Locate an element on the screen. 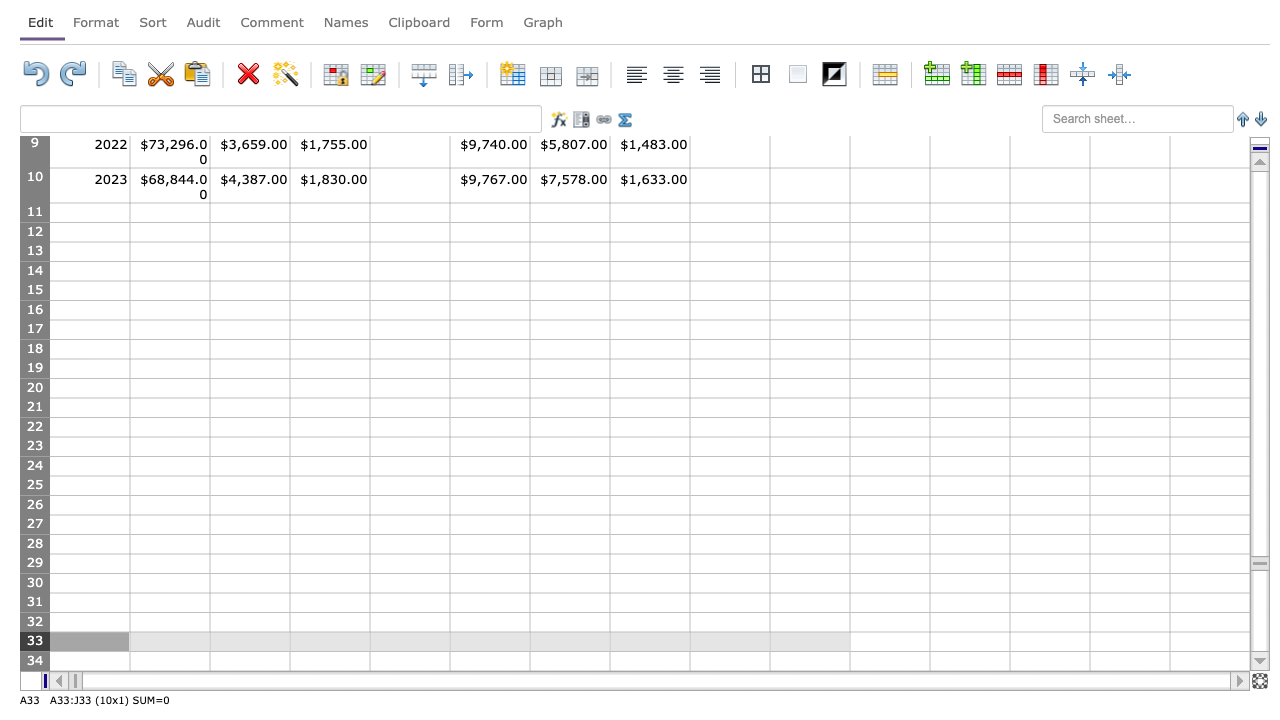  the resize handle of row 37 is located at coordinates (34, 729).